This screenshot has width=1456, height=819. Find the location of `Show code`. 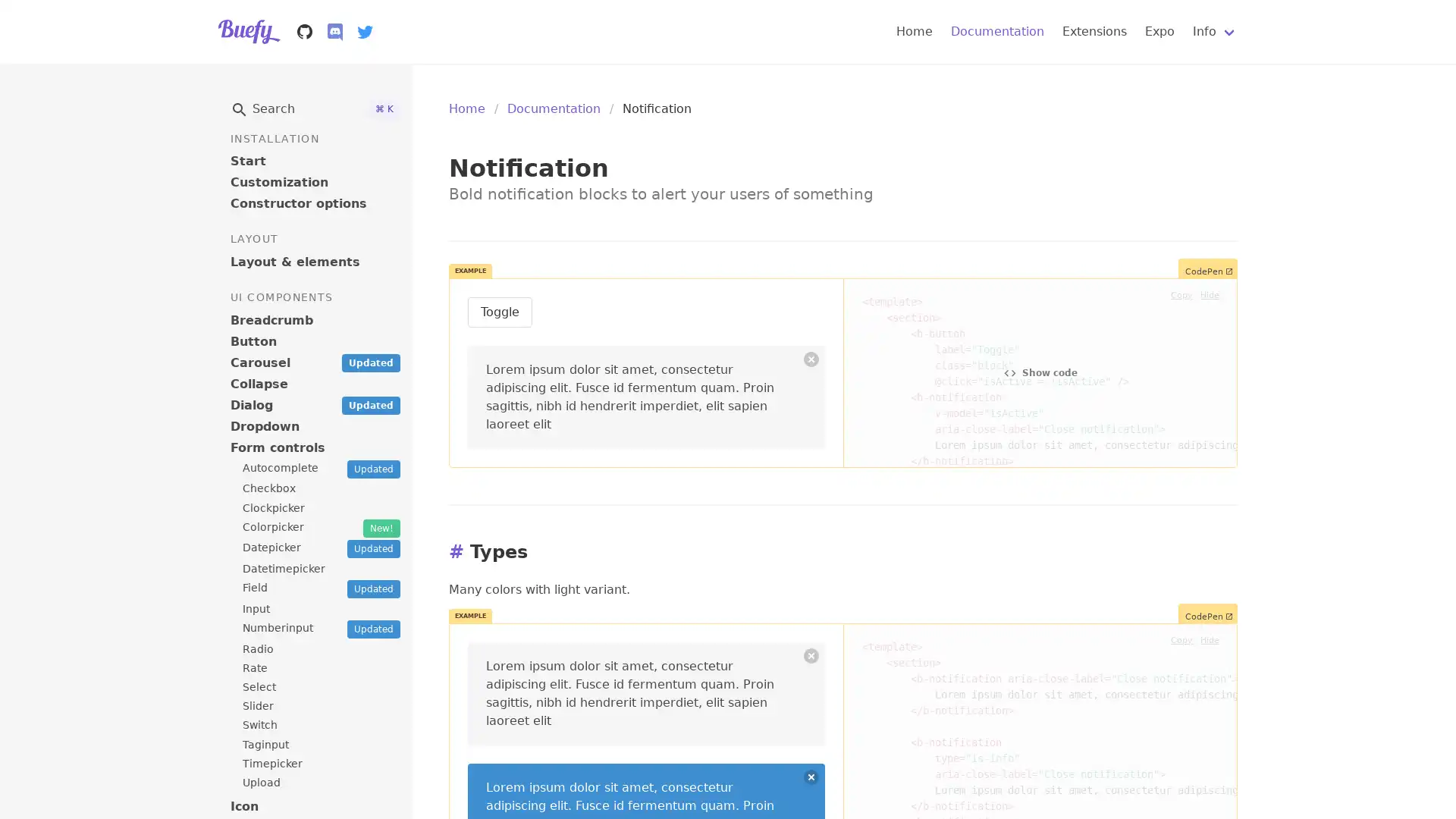

Show code is located at coordinates (1040, 373).